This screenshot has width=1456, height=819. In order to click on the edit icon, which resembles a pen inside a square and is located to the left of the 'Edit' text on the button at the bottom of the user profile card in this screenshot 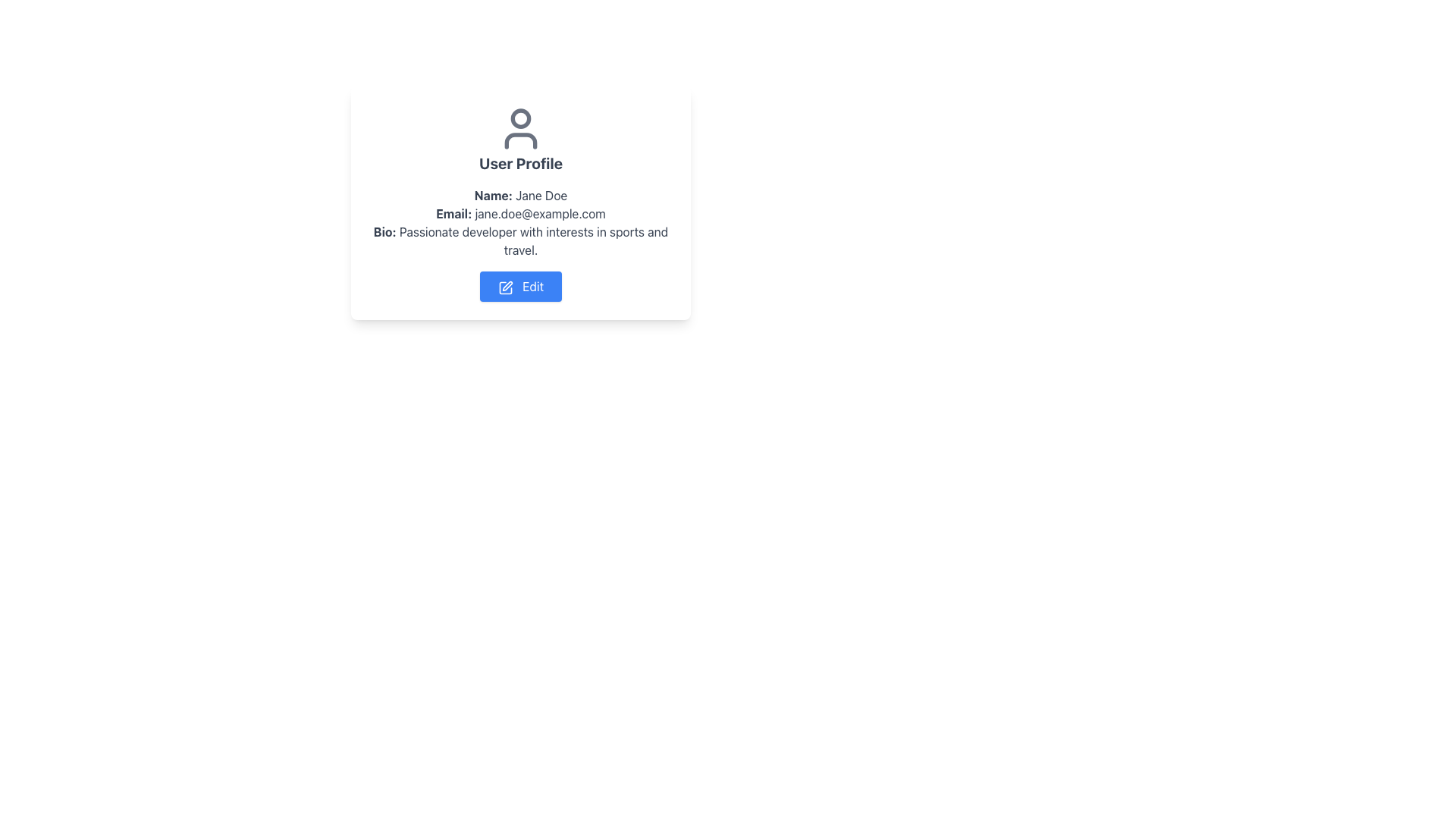, I will do `click(506, 287)`.